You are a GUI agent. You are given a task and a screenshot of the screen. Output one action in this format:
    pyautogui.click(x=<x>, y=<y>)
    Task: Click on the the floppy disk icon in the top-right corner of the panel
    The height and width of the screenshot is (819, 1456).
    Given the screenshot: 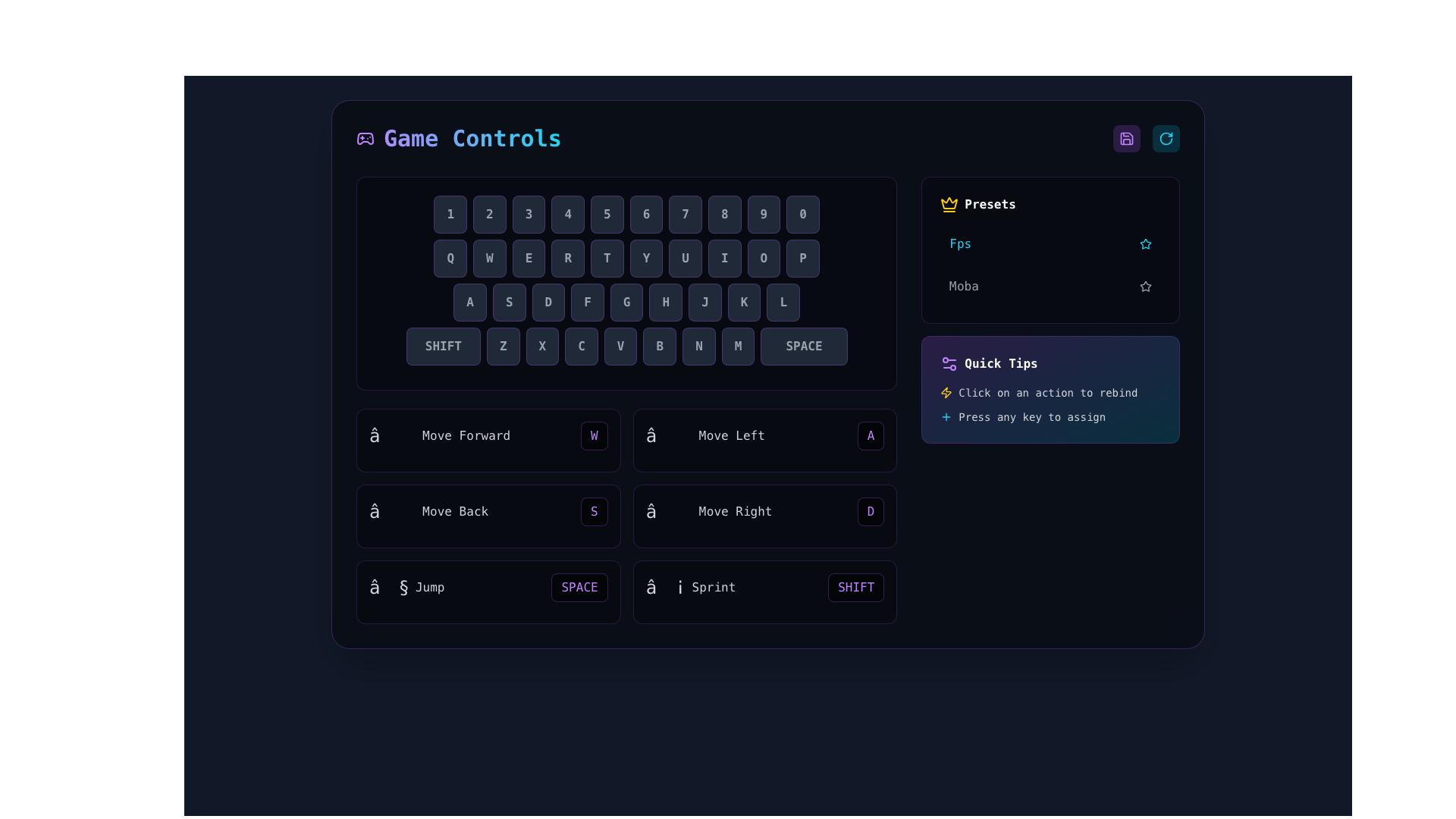 What is the action you would take?
    pyautogui.click(x=1127, y=138)
    